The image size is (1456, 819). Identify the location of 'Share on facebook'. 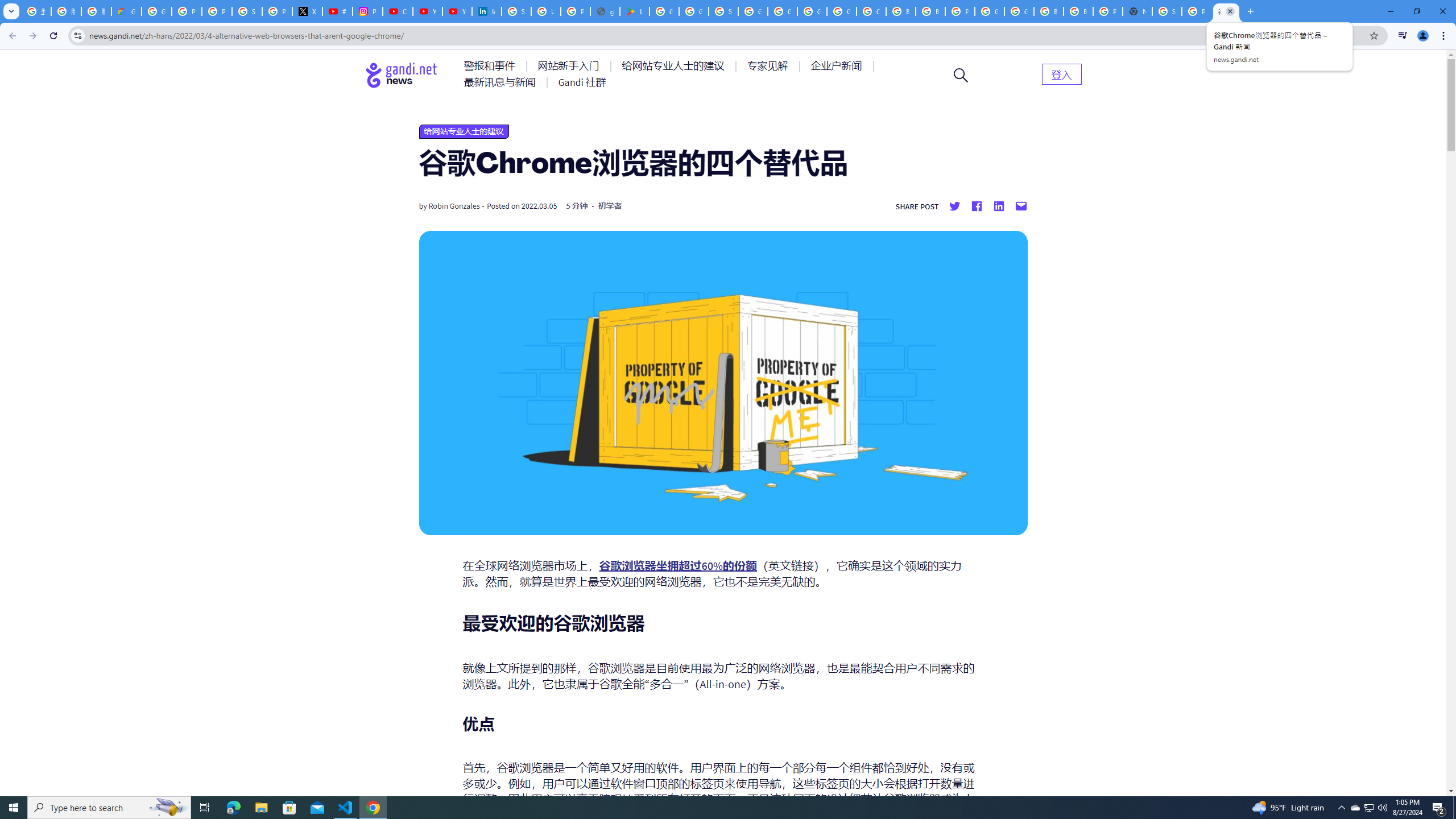
(976, 205).